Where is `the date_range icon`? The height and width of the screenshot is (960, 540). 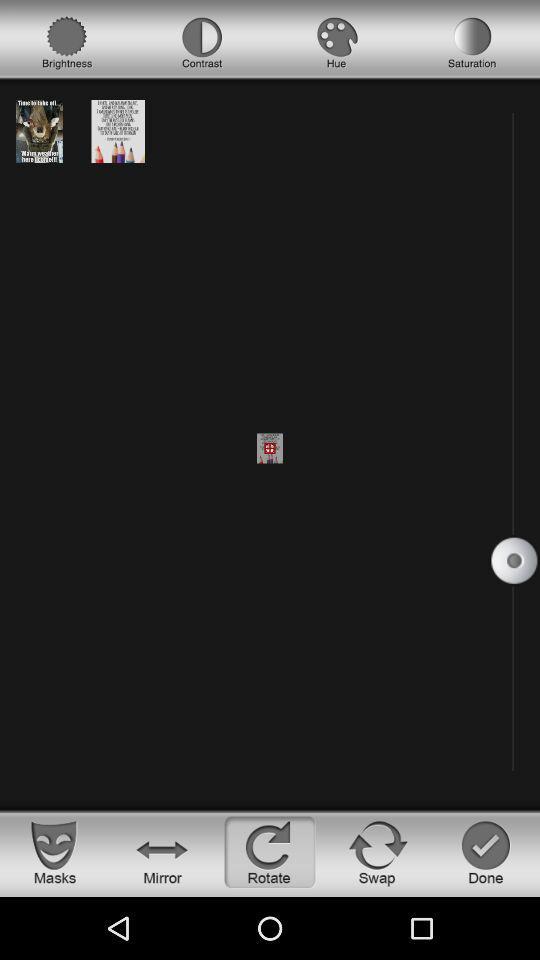 the date_range icon is located at coordinates (118, 130).